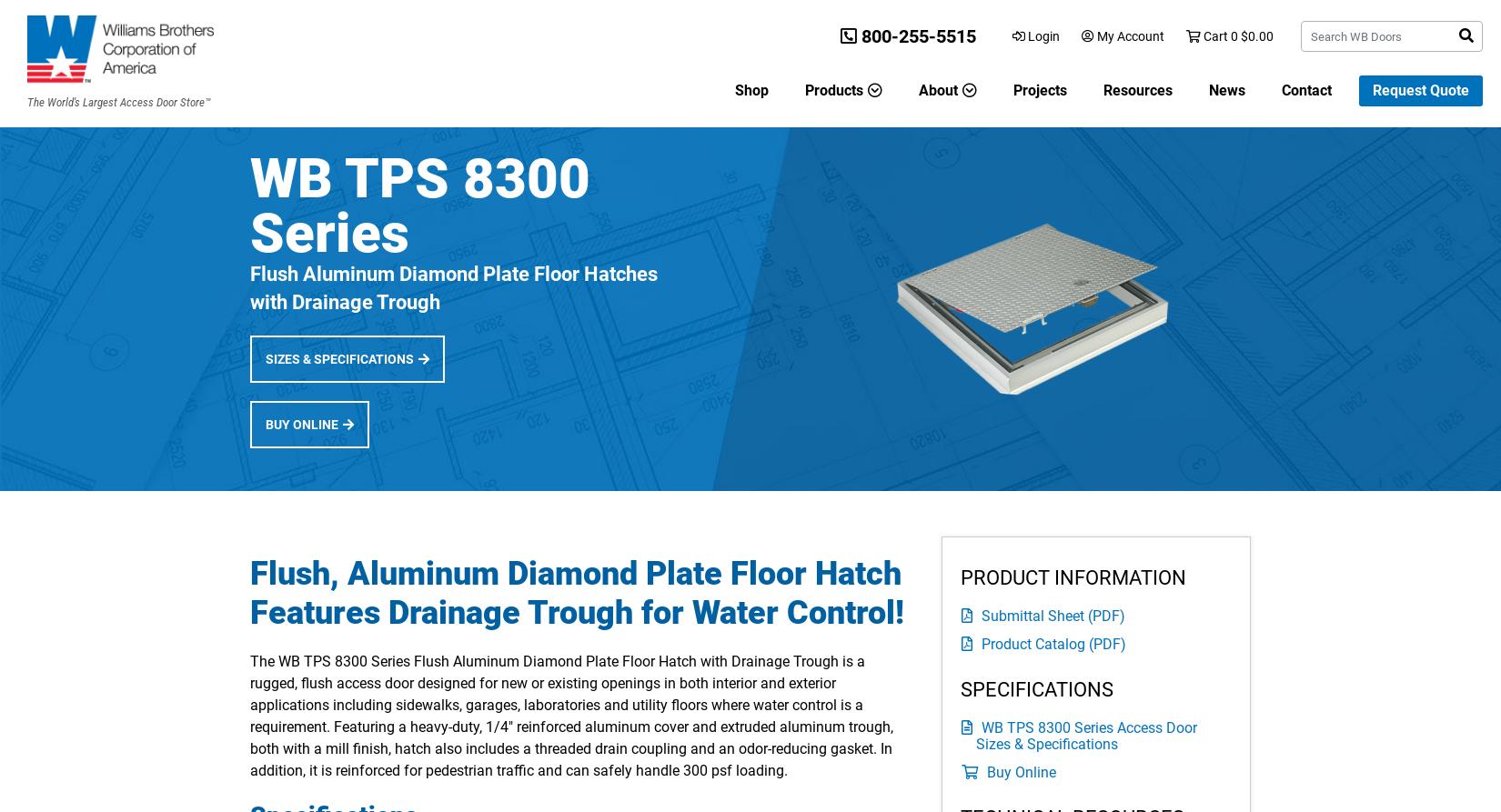  I want to click on 'Flush Aluminum Diamond Plate Floor Hatches with Drainage Trough', so click(452, 288).